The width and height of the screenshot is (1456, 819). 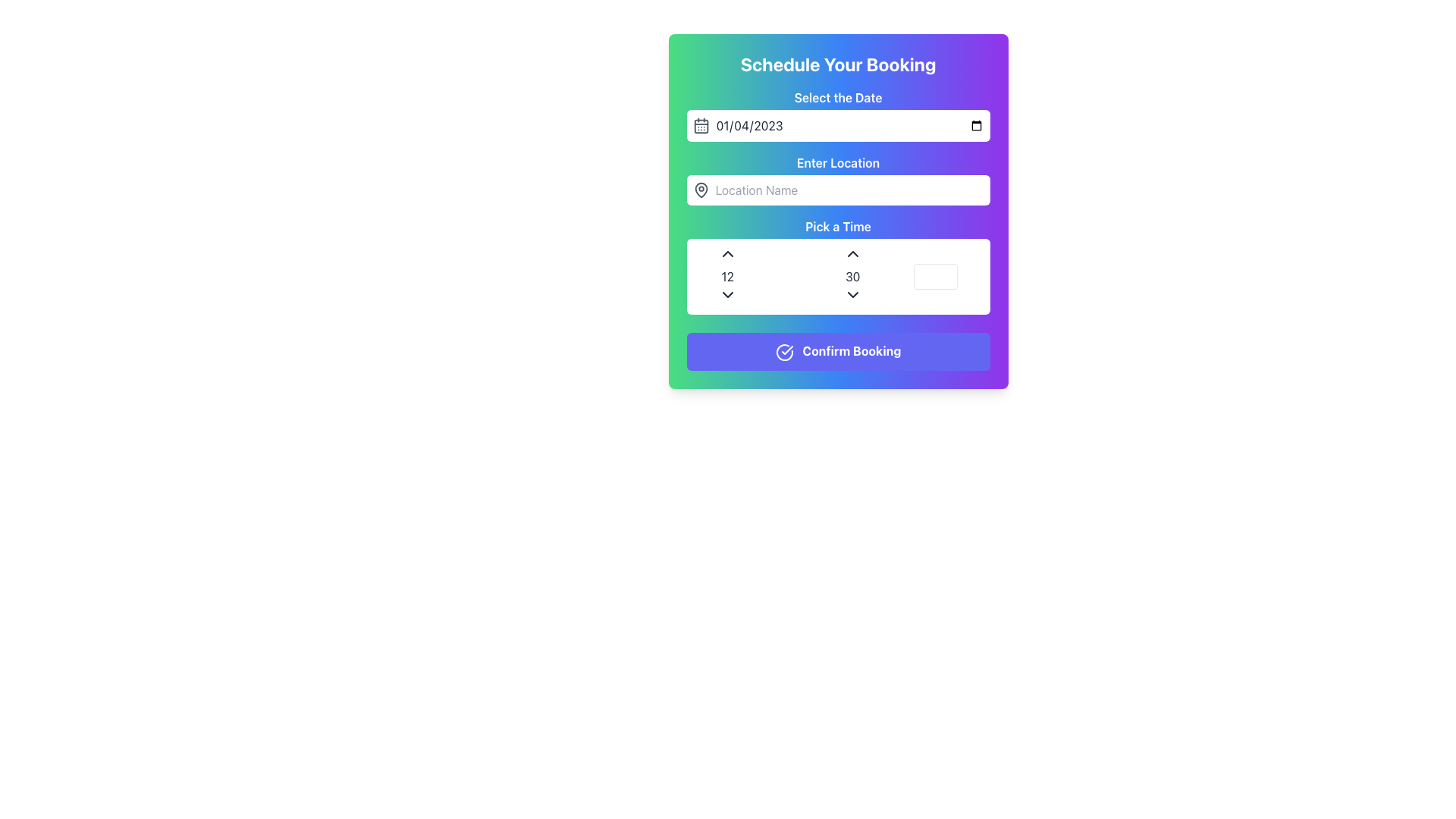 What do you see at coordinates (837, 63) in the screenshot?
I see `the prominent header text 'Schedule Your Booking', which is styled with bold font and larger text size at the top of a colorful gradient card` at bounding box center [837, 63].